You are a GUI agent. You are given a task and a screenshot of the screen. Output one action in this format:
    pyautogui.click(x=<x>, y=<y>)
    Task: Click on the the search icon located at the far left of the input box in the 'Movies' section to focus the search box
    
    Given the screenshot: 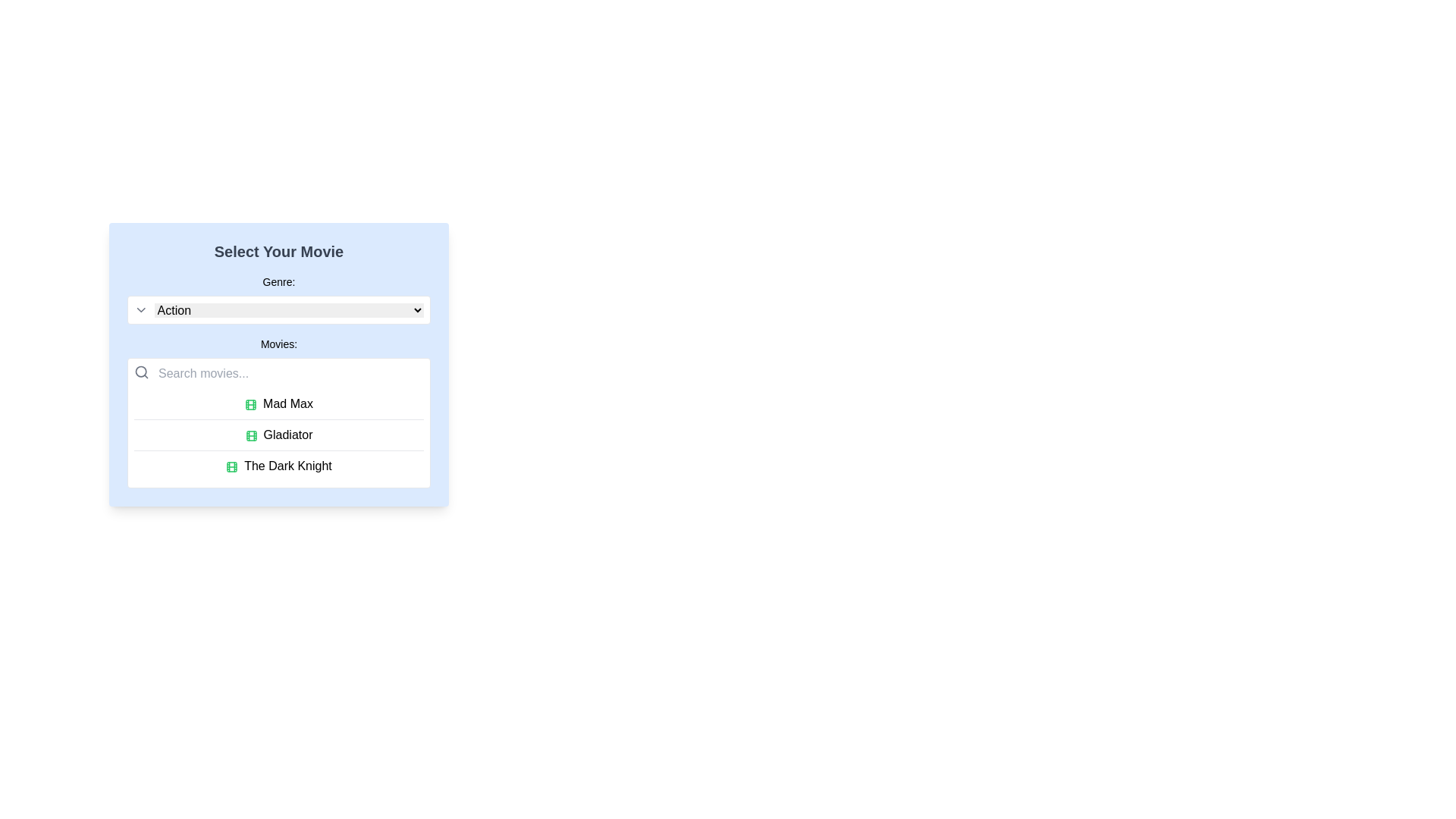 What is the action you would take?
    pyautogui.click(x=142, y=372)
    